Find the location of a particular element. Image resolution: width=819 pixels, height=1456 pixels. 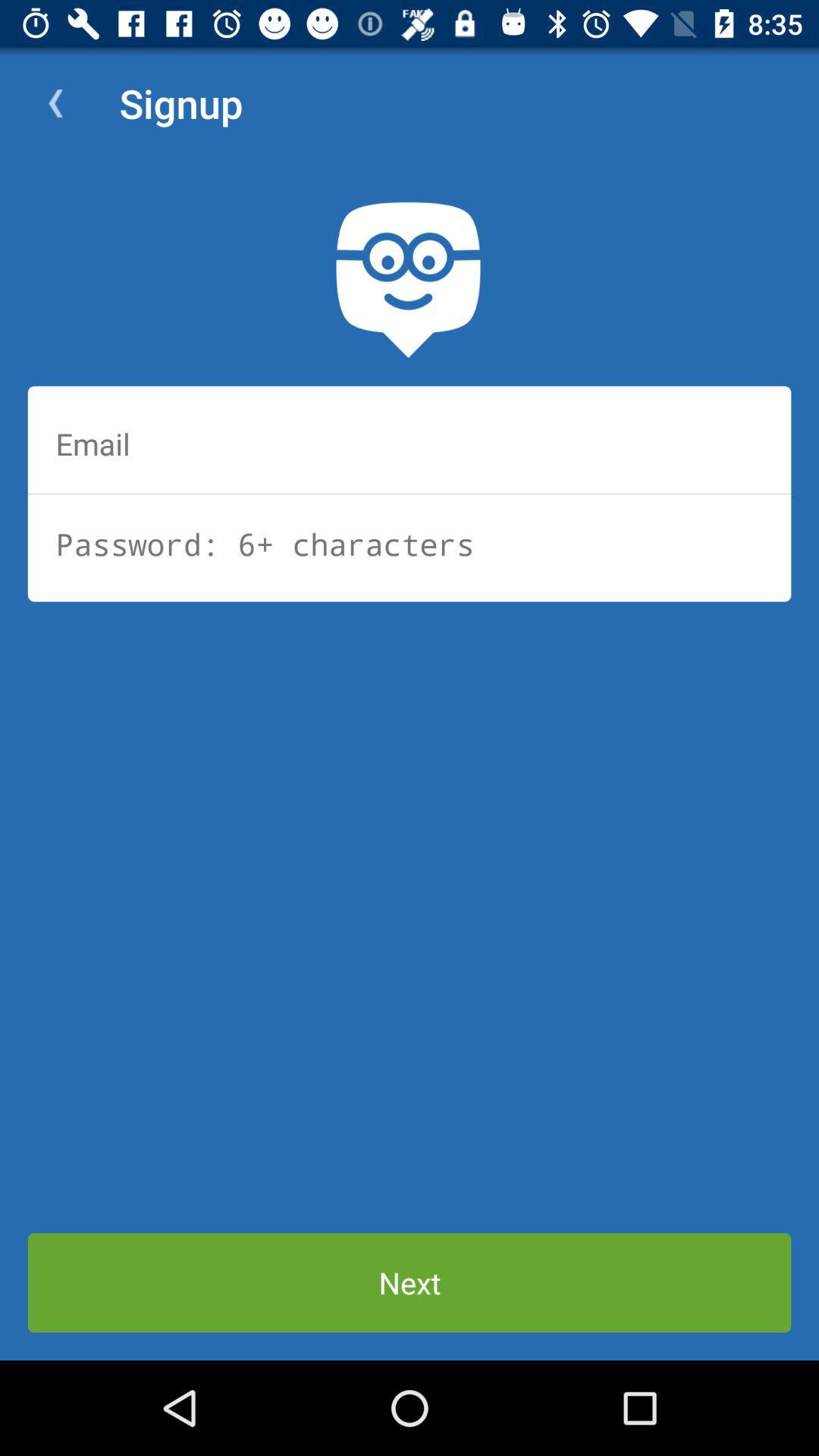

your password is located at coordinates (409, 544).